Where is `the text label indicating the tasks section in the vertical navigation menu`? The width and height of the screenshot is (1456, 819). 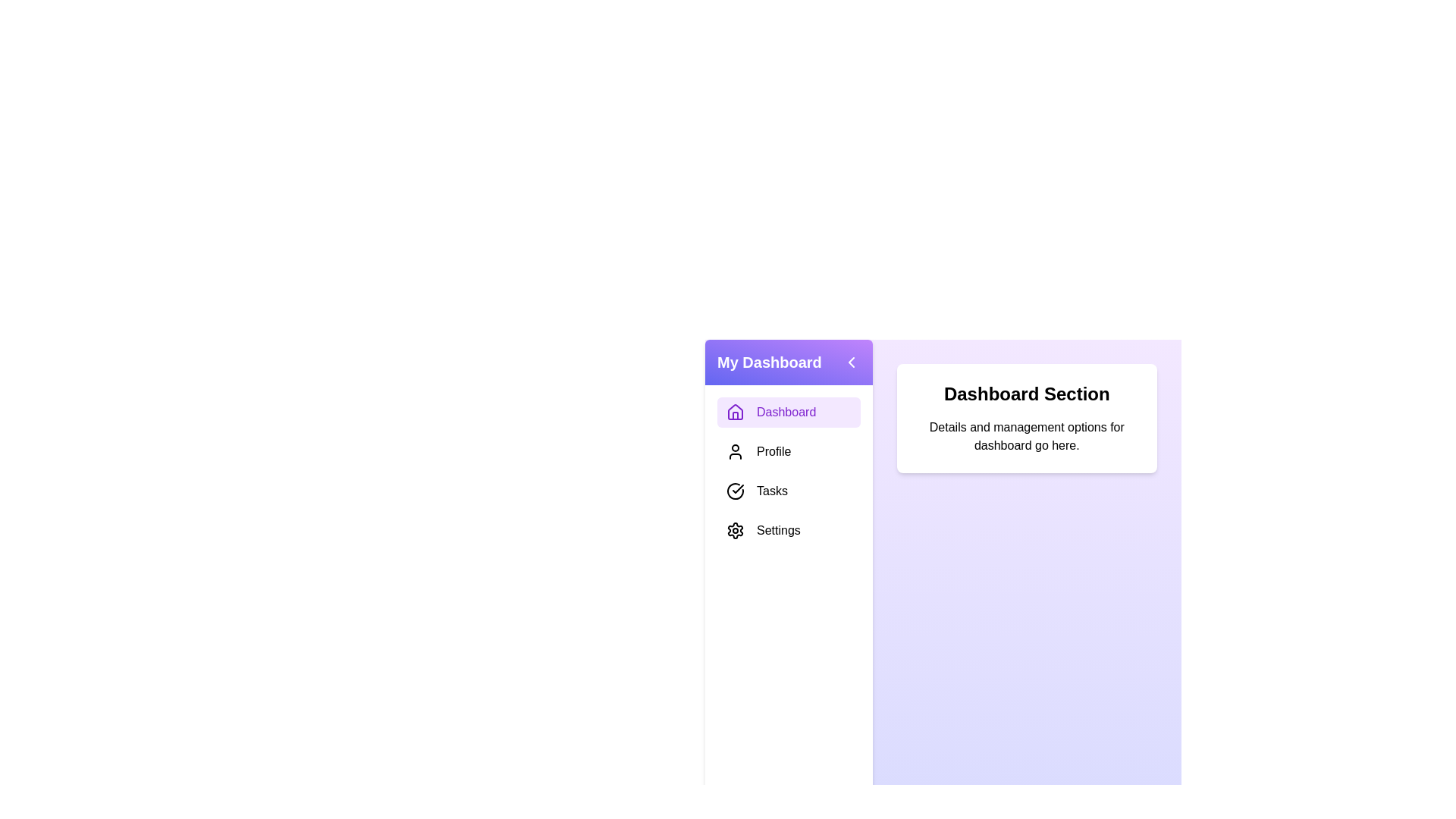
the text label indicating the tasks section in the vertical navigation menu is located at coordinates (772, 491).